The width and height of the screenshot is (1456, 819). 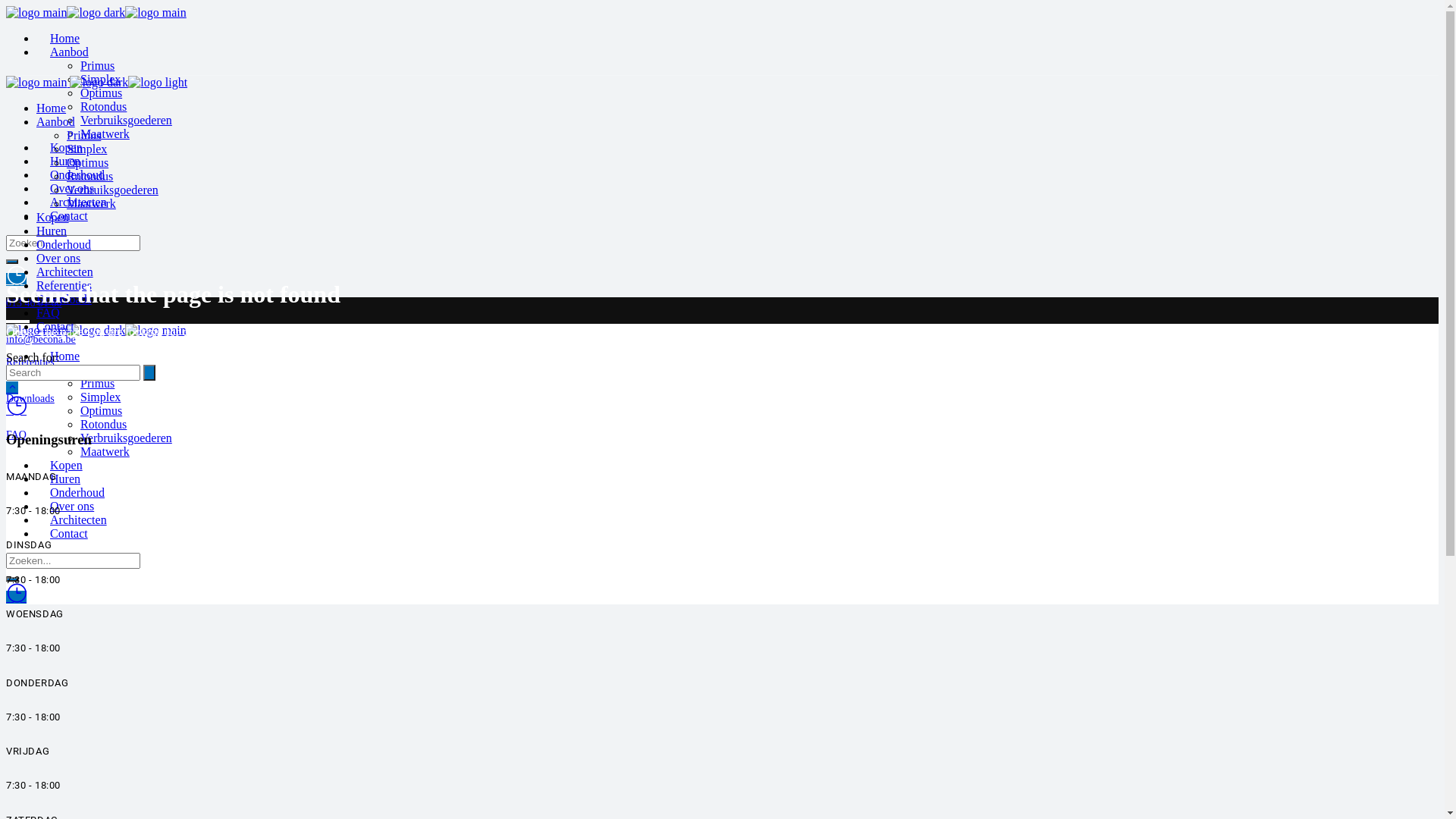 I want to click on 'Optimus', so click(x=100, y=93).